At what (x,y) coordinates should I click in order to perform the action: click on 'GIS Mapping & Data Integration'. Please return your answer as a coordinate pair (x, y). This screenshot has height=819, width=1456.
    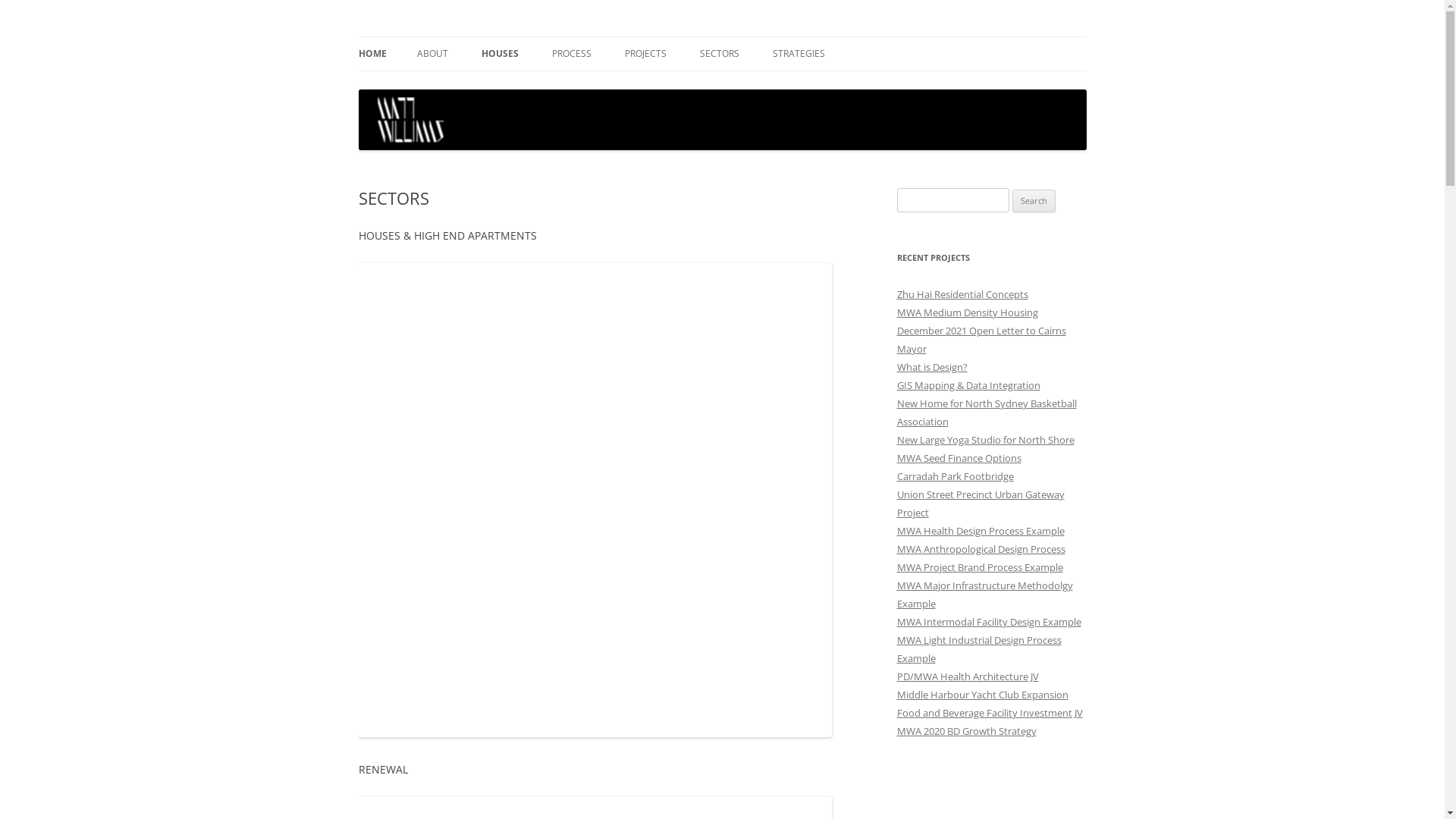
    Looking at the image, I should click on (967, 384).